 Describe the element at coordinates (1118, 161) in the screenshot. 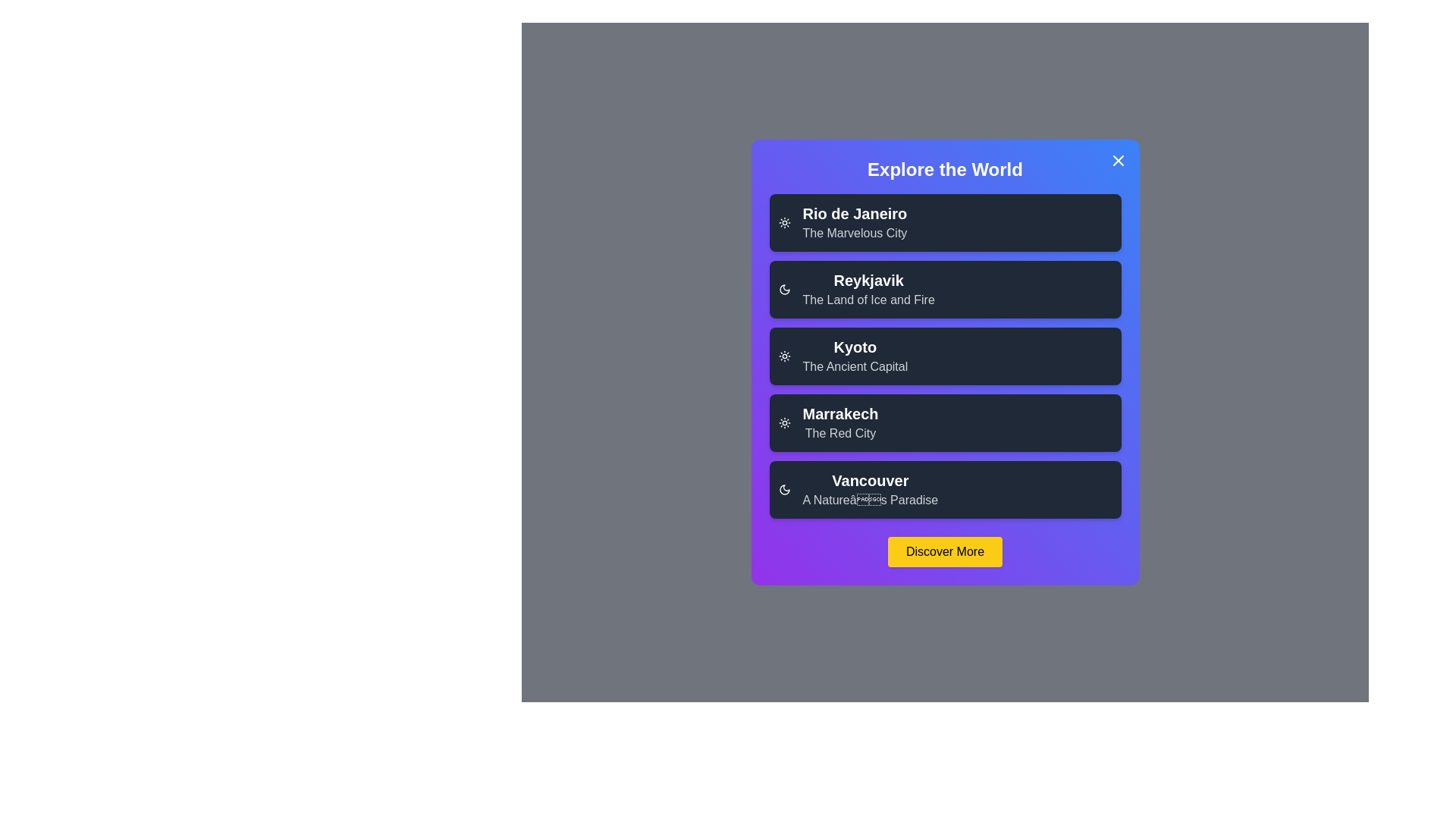

I see `the close button to dismiss the dialog` at that location.